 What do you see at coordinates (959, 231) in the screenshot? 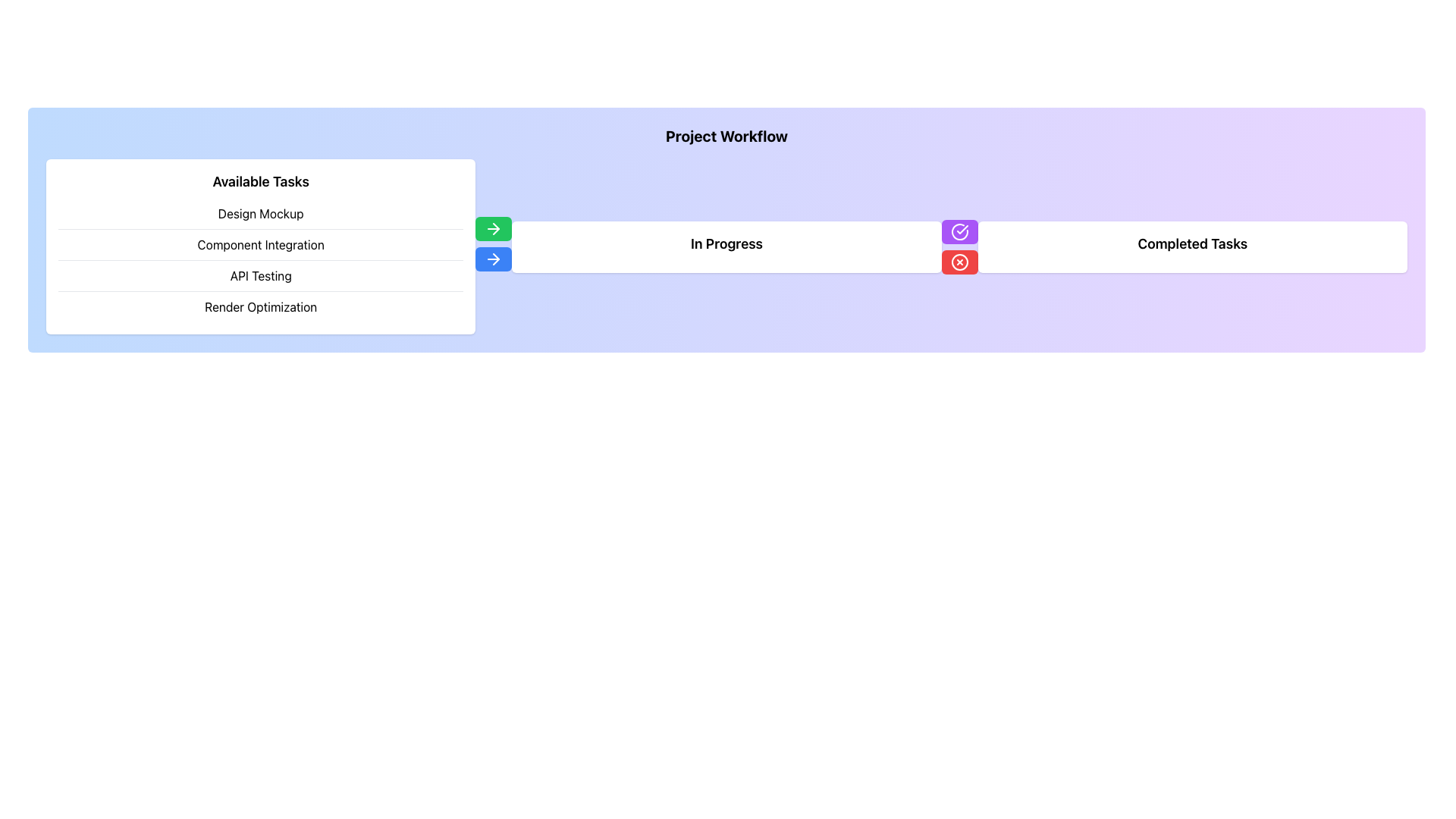
I see `the button in the 'In Progress' section that marks tasks as completed or verified` at bounding box center [959, 231].